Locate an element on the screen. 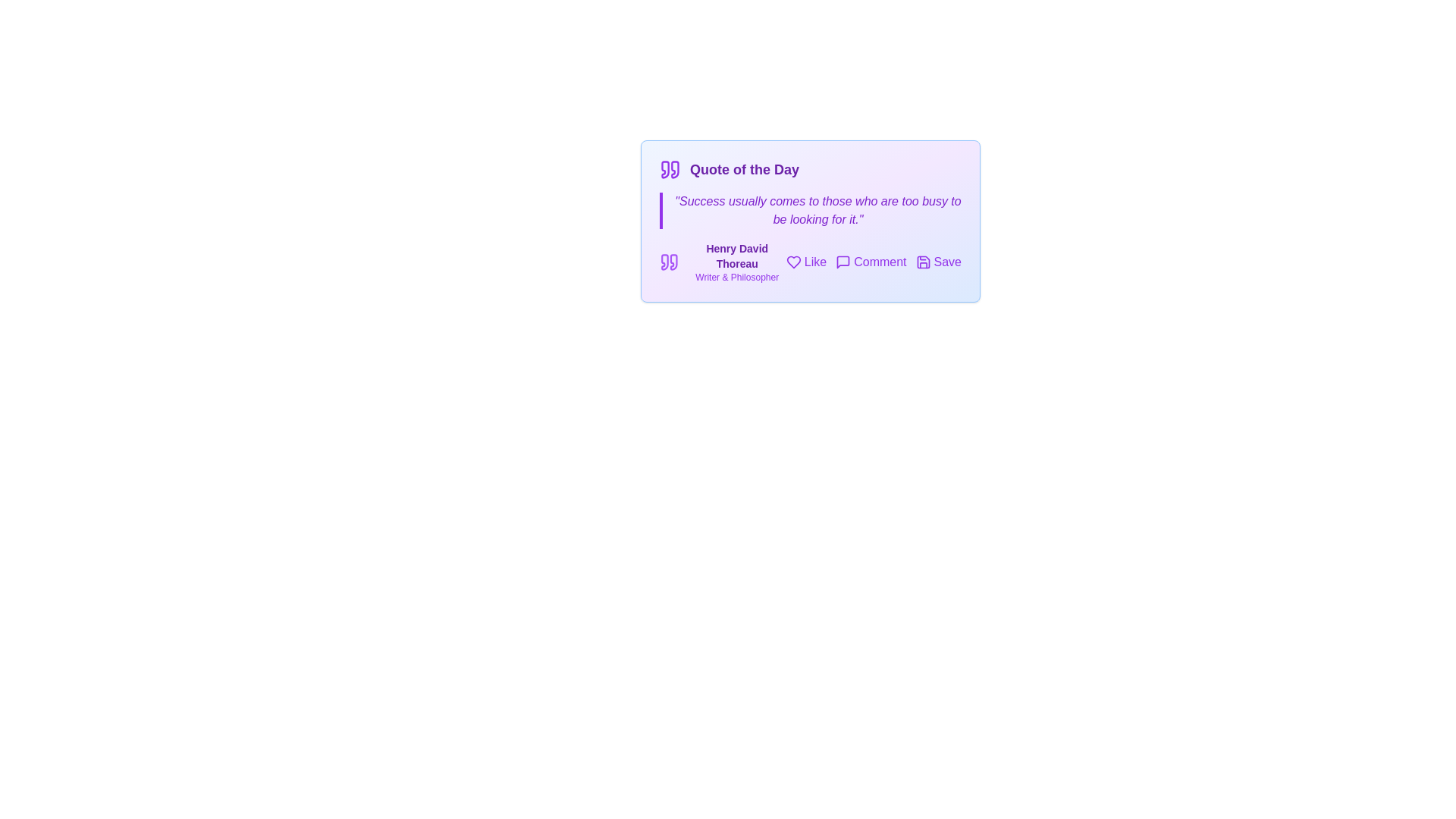 The height and width of the screenshot is (819, 1456). the 'Comment' text label, which is a purple font element located next to a speech bubble icon and to the left of the 'Save' button is located at coordinates (880, 262).